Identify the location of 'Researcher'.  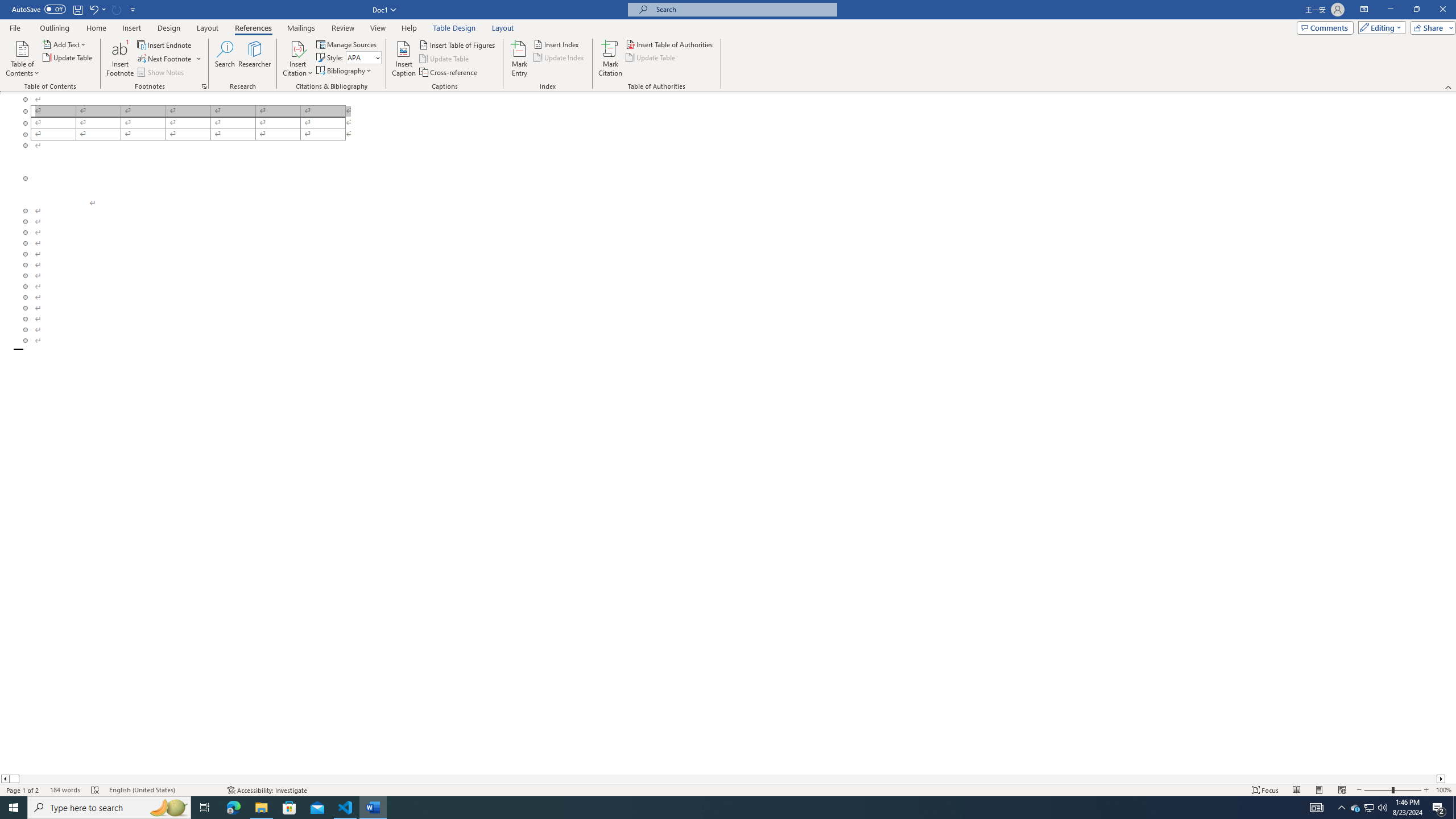
(255, 59).